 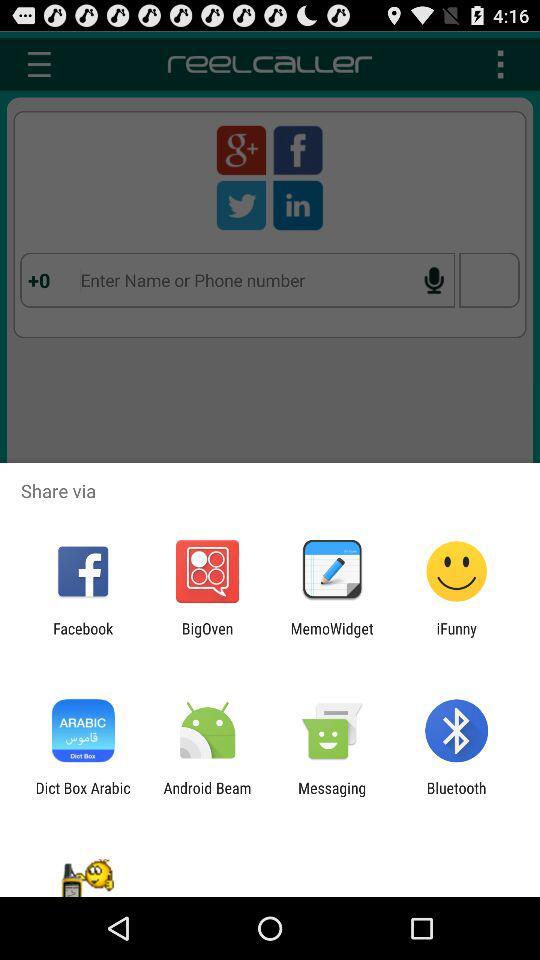 I want to click on app next to the android beam, so click(x=332, y=796).